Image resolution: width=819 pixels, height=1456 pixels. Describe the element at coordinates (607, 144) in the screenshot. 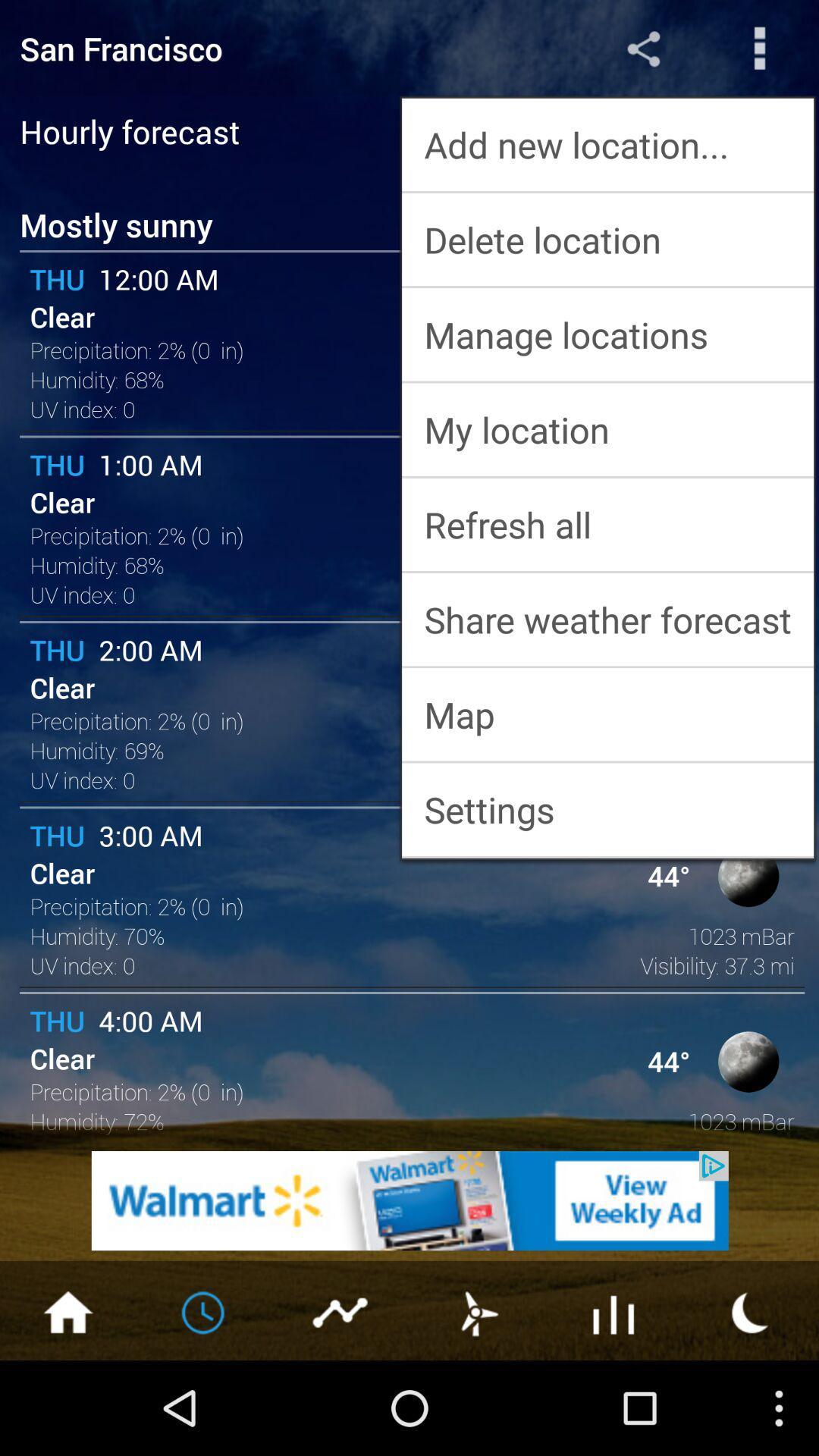

I see `the add new location... icon` at that location.